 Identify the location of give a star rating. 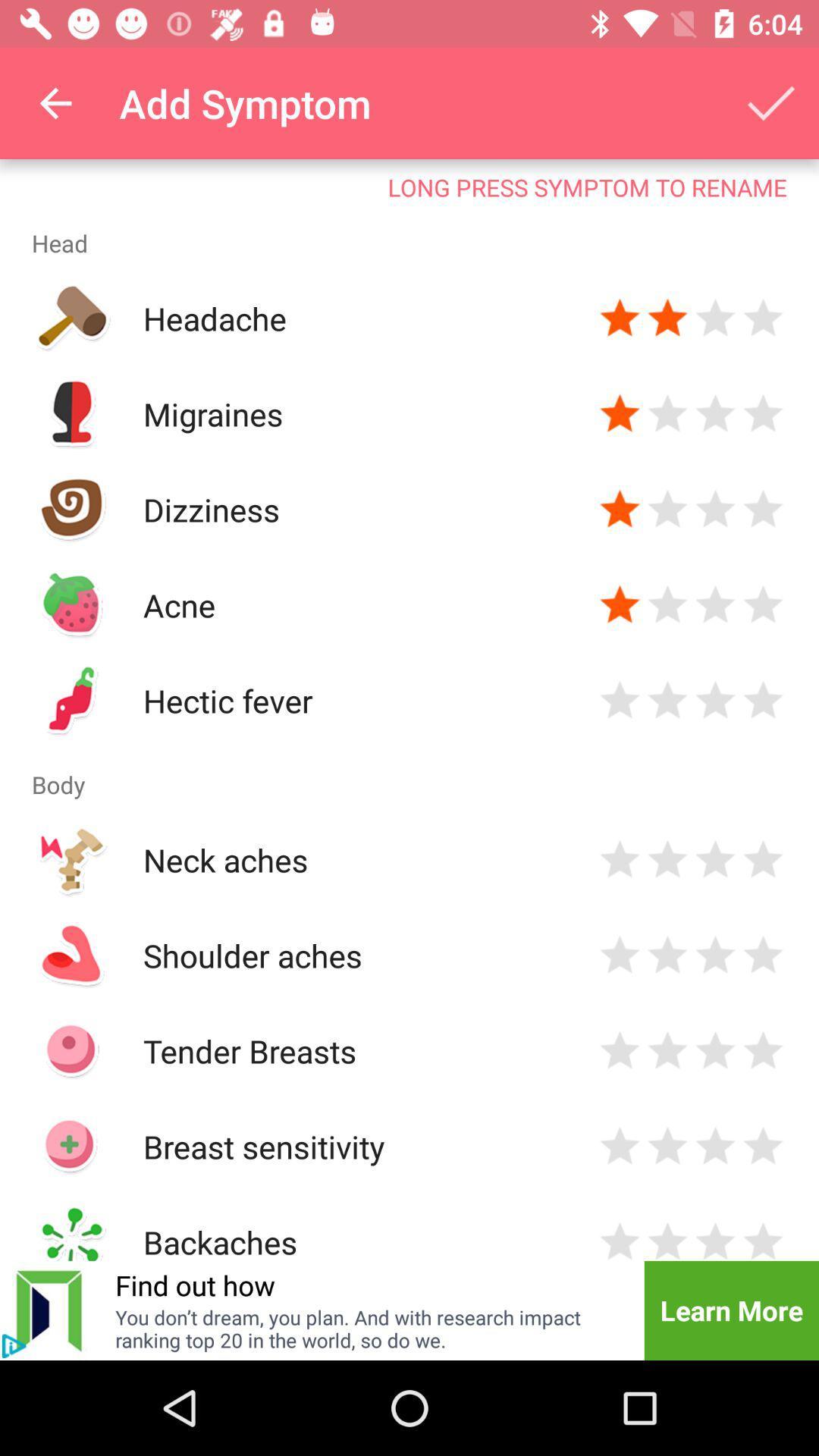
(667, 510).